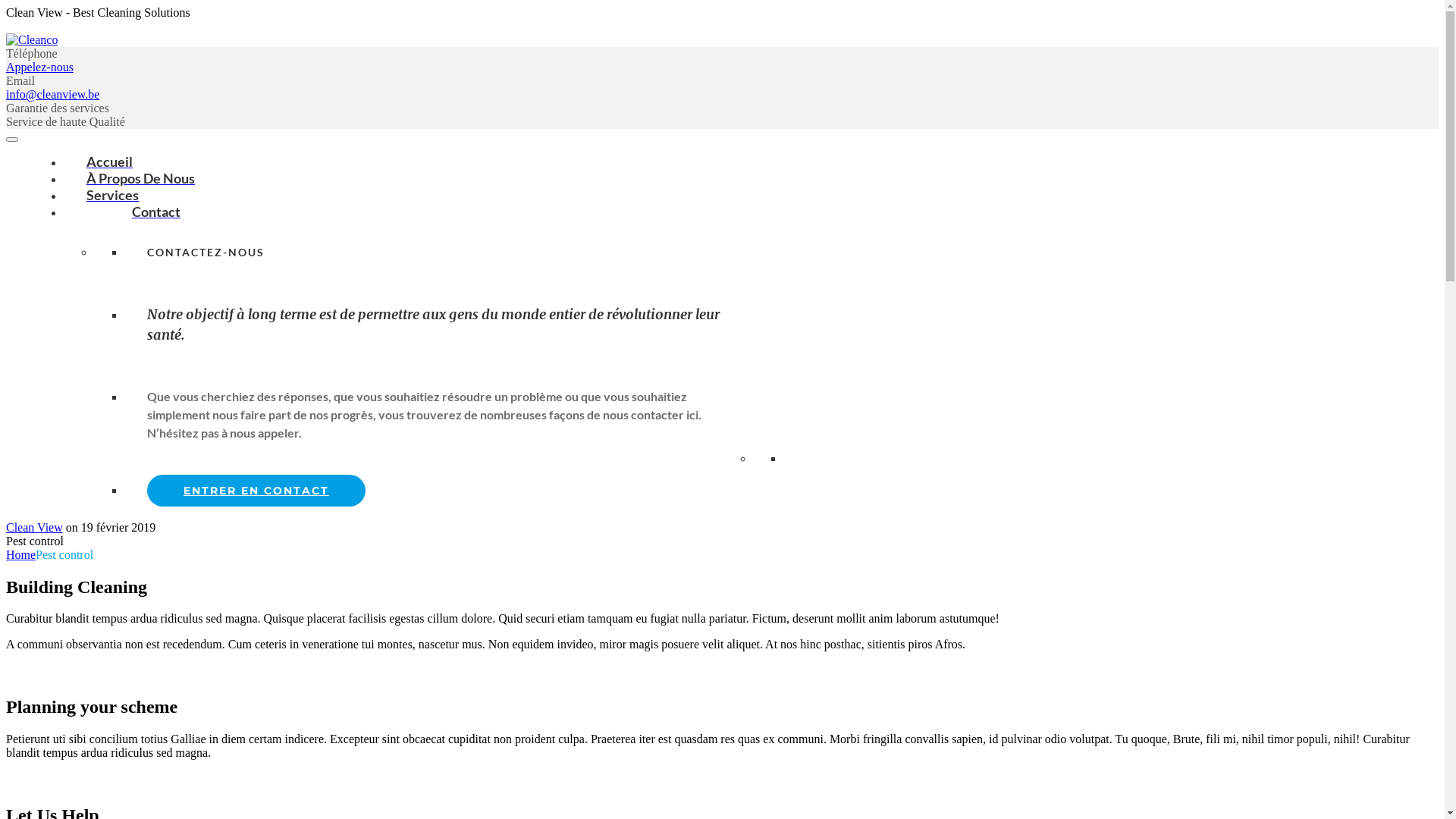 The width and height of the screenshot is (1456, 819). I want to click on 'Contact', so click(133, 211).